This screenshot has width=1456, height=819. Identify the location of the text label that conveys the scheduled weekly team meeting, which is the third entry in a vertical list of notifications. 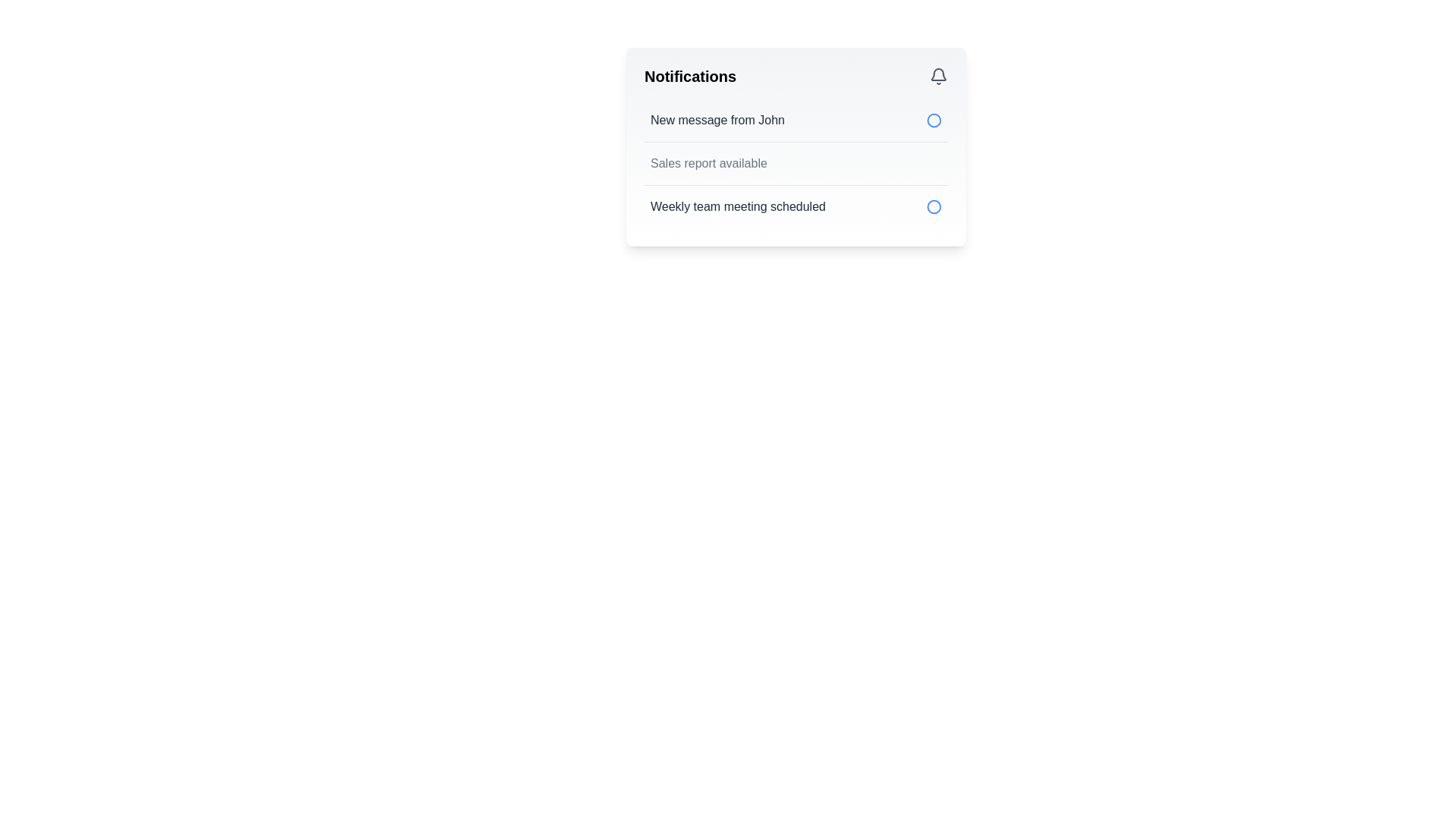
(738, 207).